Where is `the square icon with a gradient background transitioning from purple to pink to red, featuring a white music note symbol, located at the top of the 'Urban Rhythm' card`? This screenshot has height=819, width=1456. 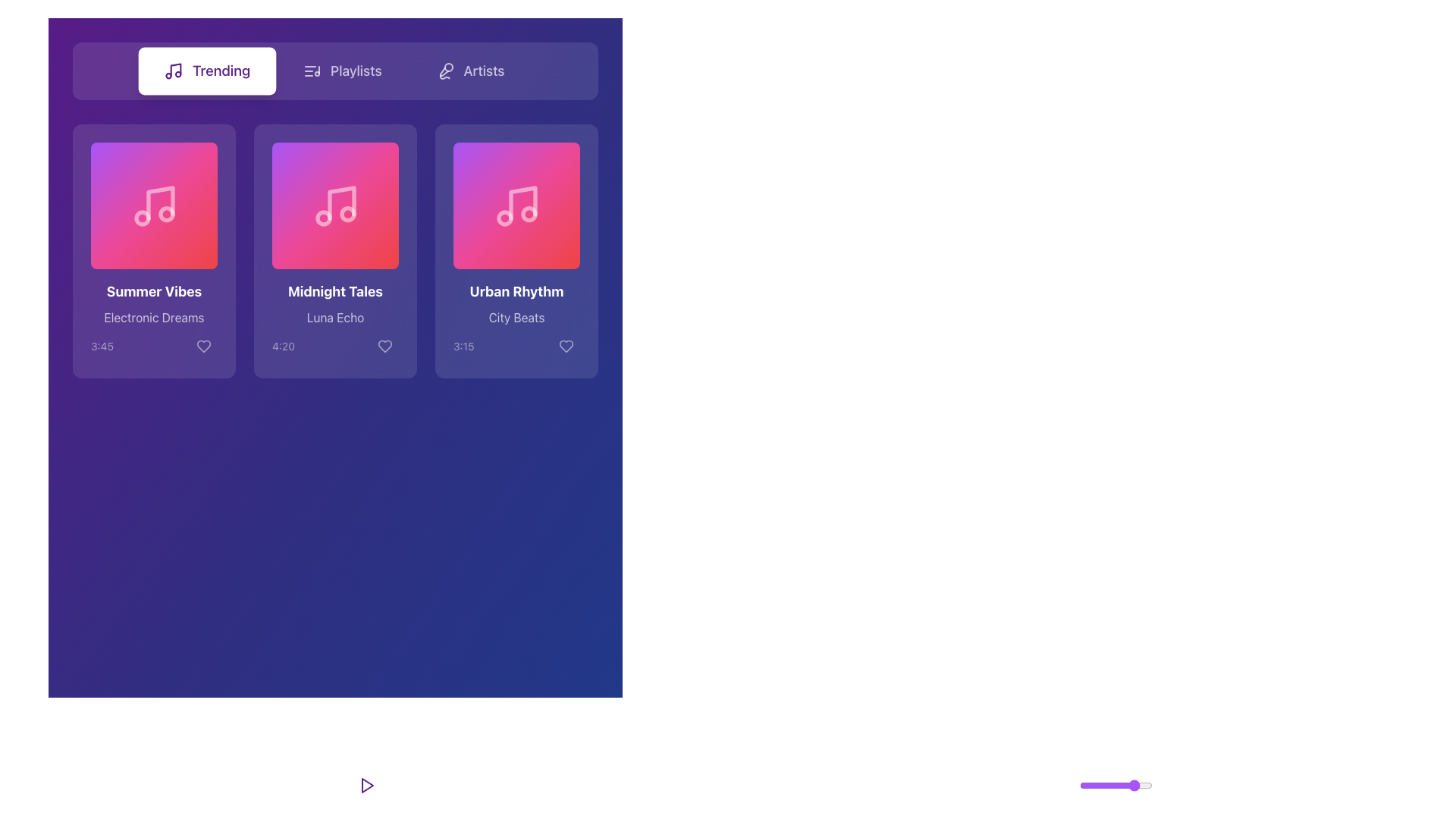 the square icon with a gradient background transitioning from purple to pink to red, featuring a white music note symbol, located at the top of the 'Urban Rhythm' card is located at coordinates (516, 206).